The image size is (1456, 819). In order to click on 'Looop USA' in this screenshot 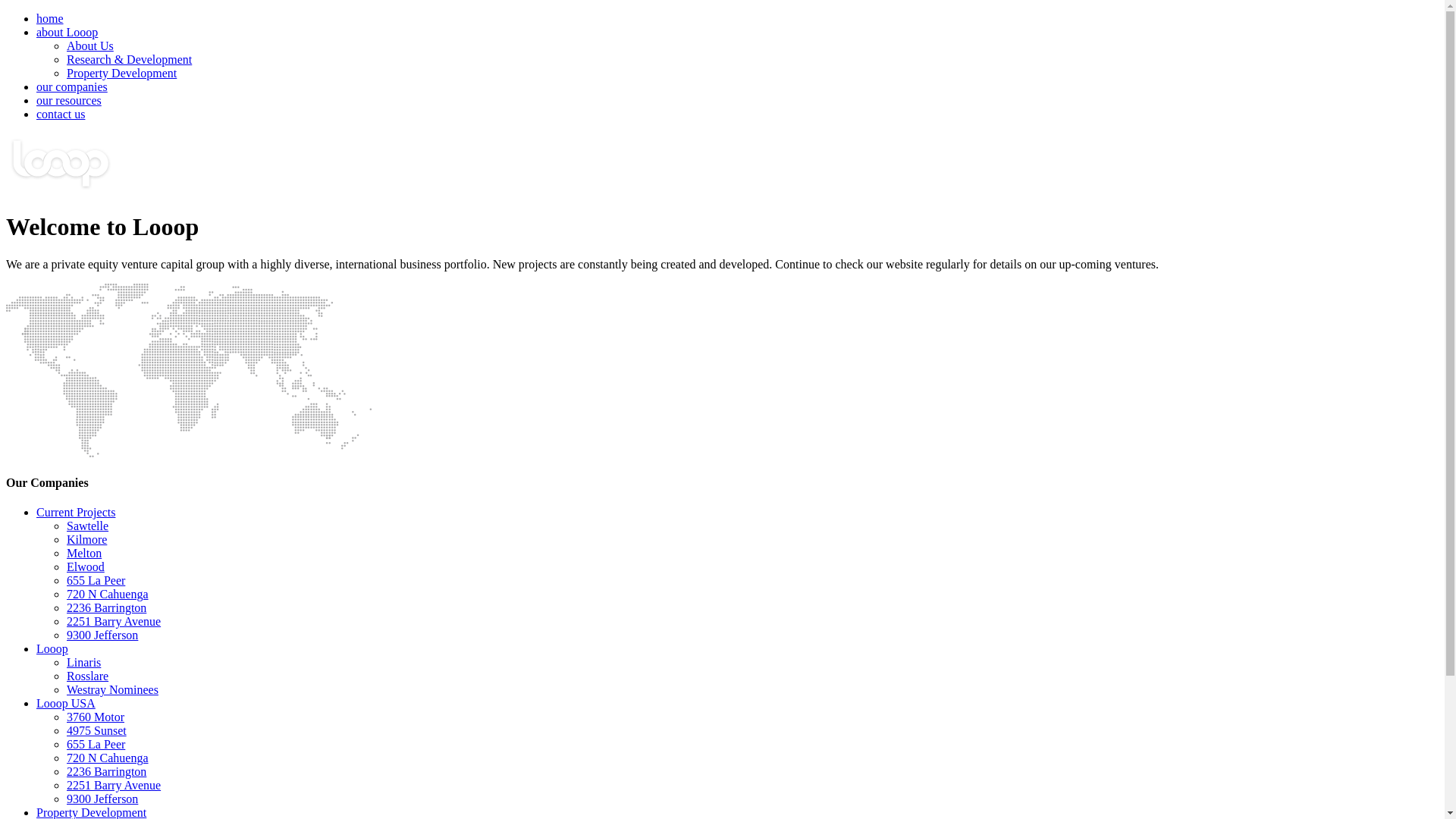, I will do `click(36, 703)`.